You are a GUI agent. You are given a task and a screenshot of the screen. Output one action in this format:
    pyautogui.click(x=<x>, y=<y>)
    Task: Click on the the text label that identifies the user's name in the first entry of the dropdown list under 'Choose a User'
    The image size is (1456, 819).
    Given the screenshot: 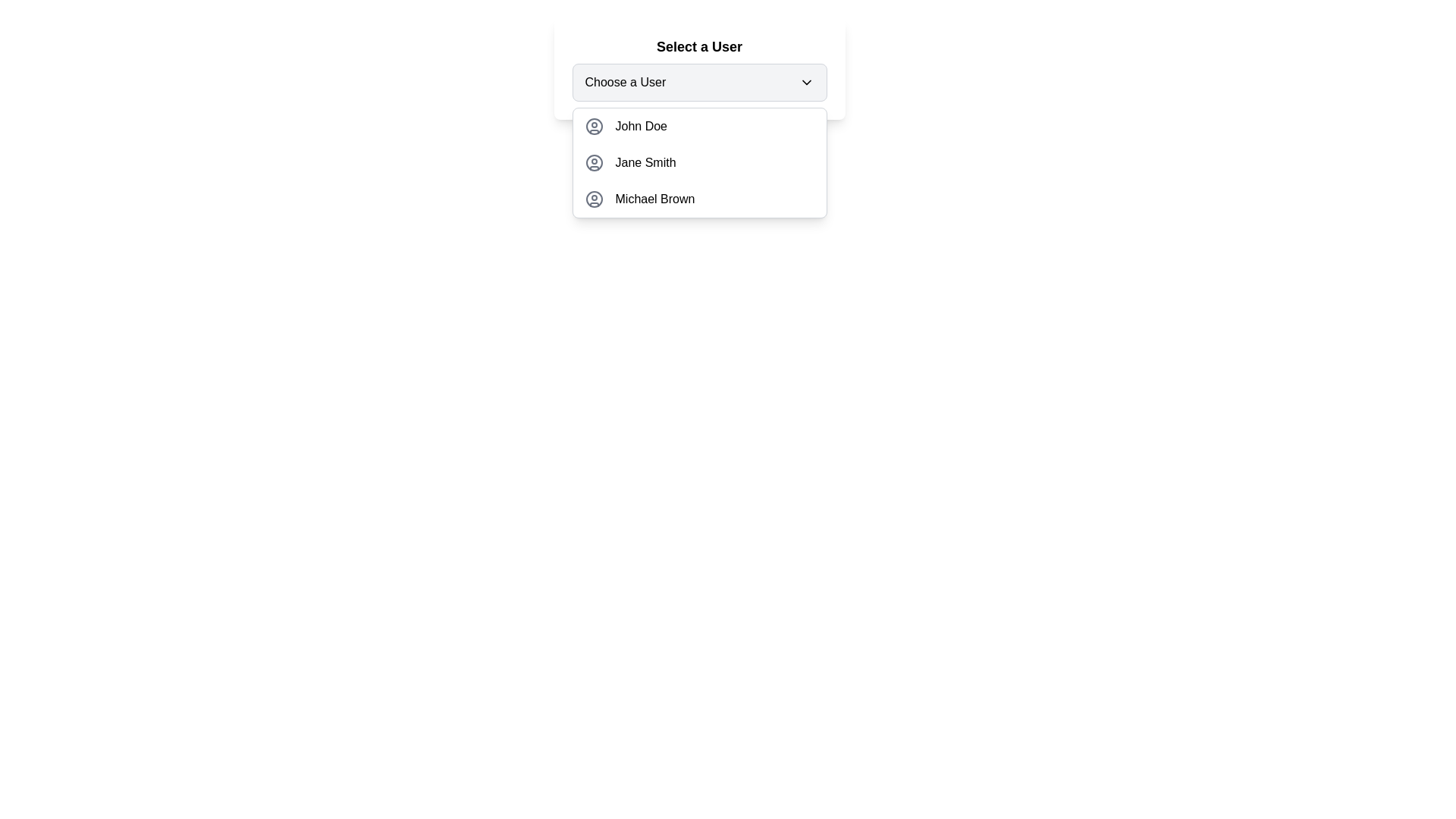 What is the action you would take?
    pyautogui.click(x=641, y=125)
    